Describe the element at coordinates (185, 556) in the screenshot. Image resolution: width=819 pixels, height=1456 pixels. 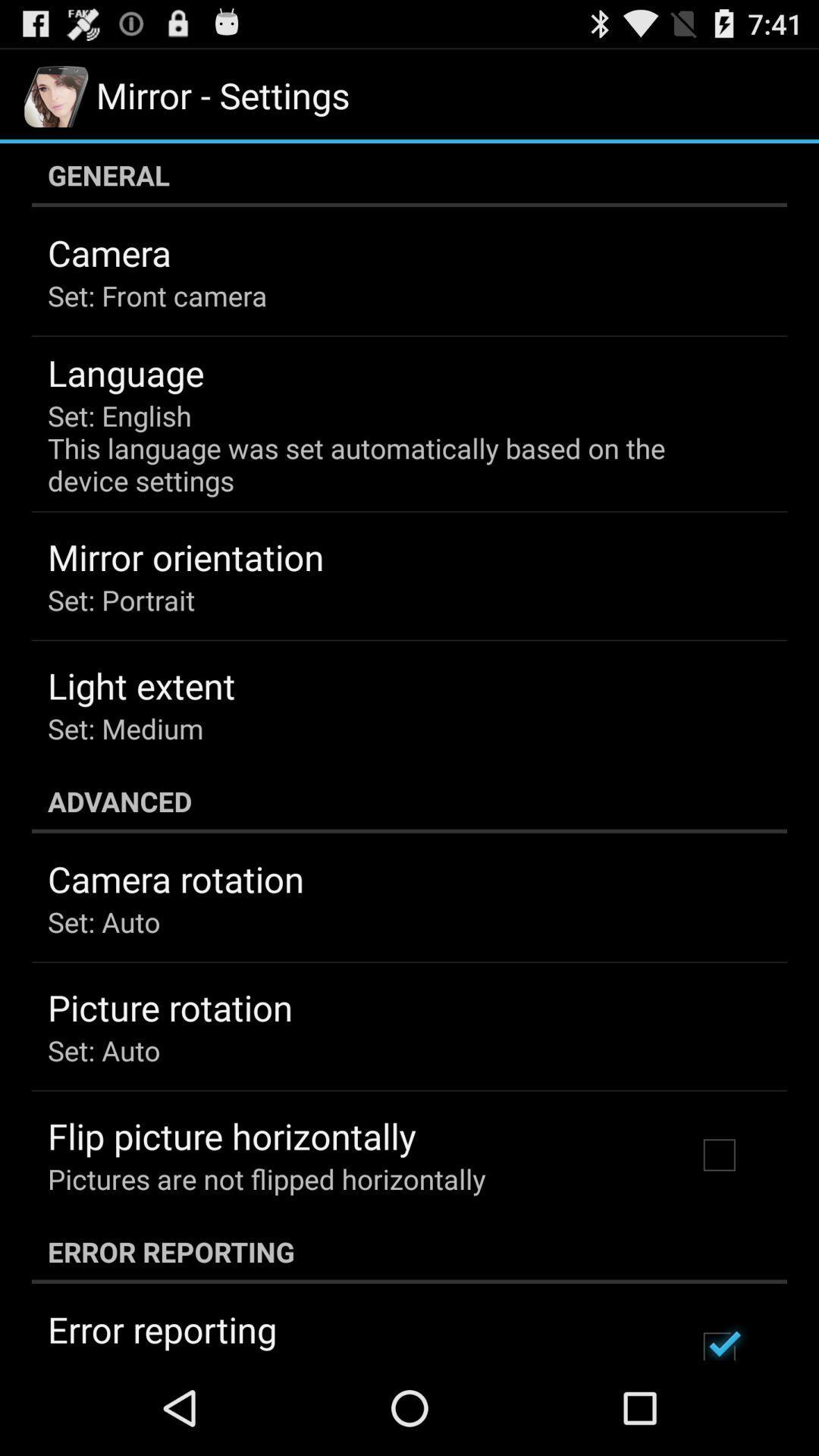
I see `icon below set english this item` at that location.